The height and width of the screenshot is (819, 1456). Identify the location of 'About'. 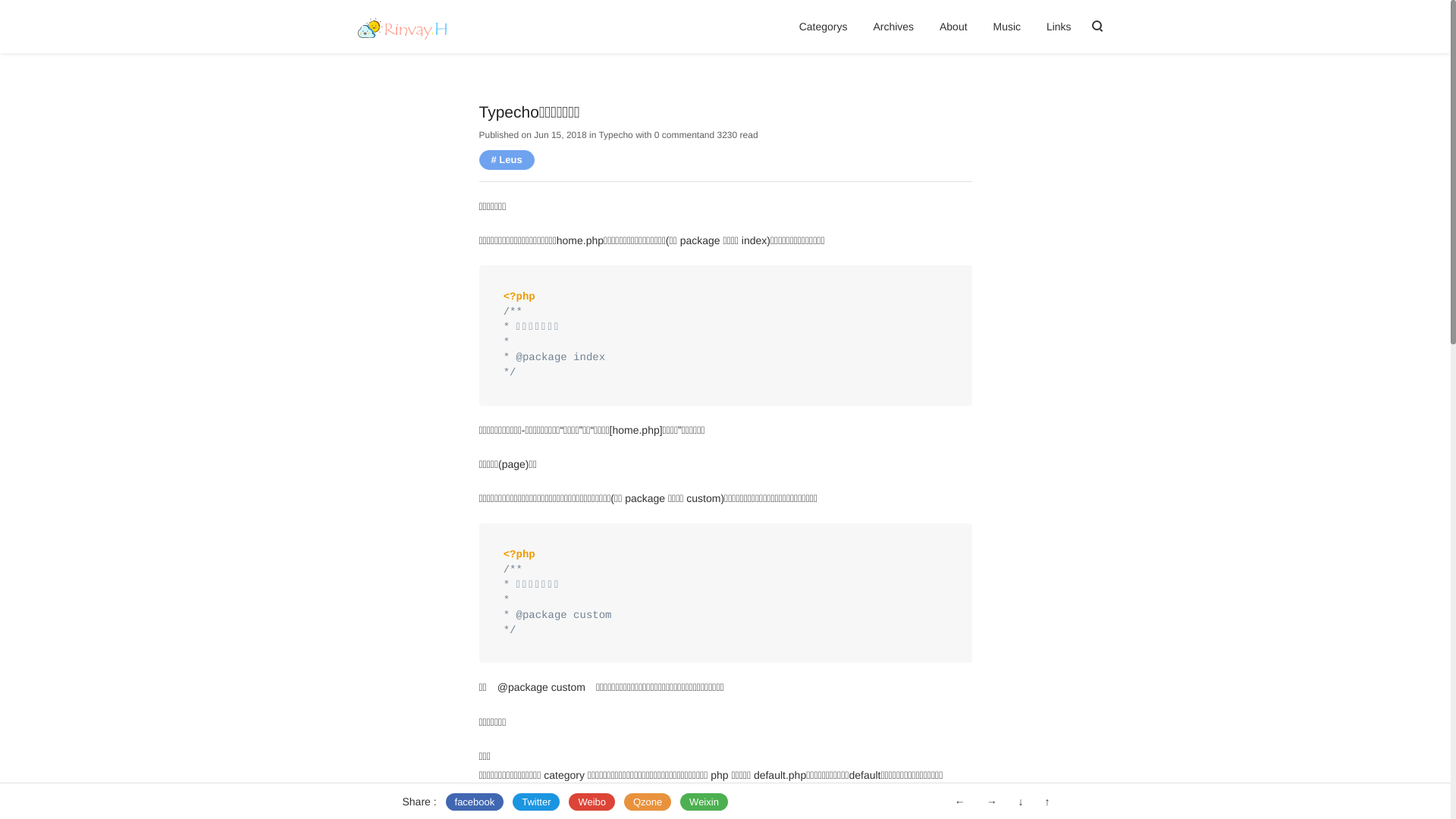
(952, 26).